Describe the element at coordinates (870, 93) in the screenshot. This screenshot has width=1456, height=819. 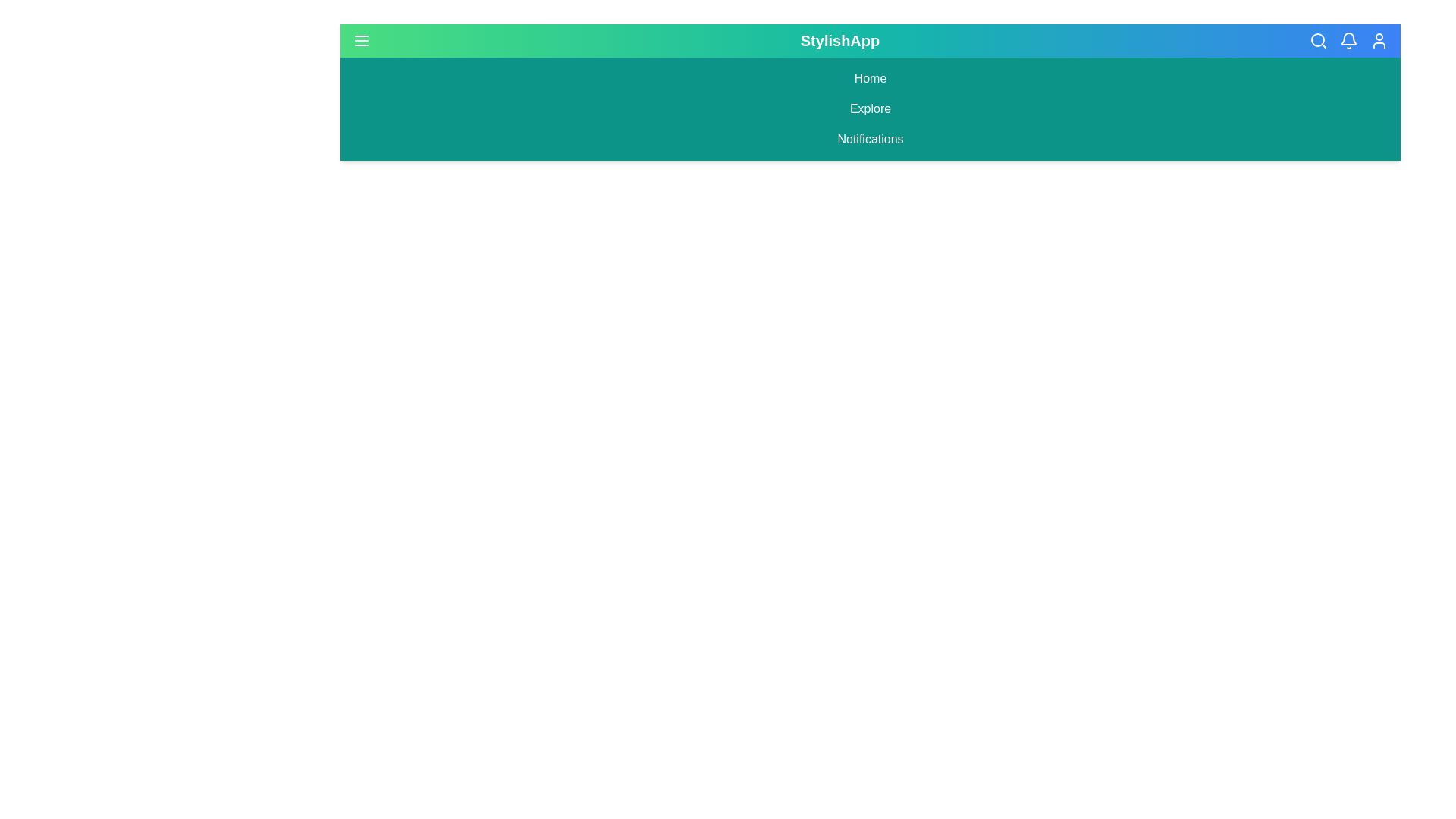
I see `the StylishAppBar to inspect its visual elements` at that location.